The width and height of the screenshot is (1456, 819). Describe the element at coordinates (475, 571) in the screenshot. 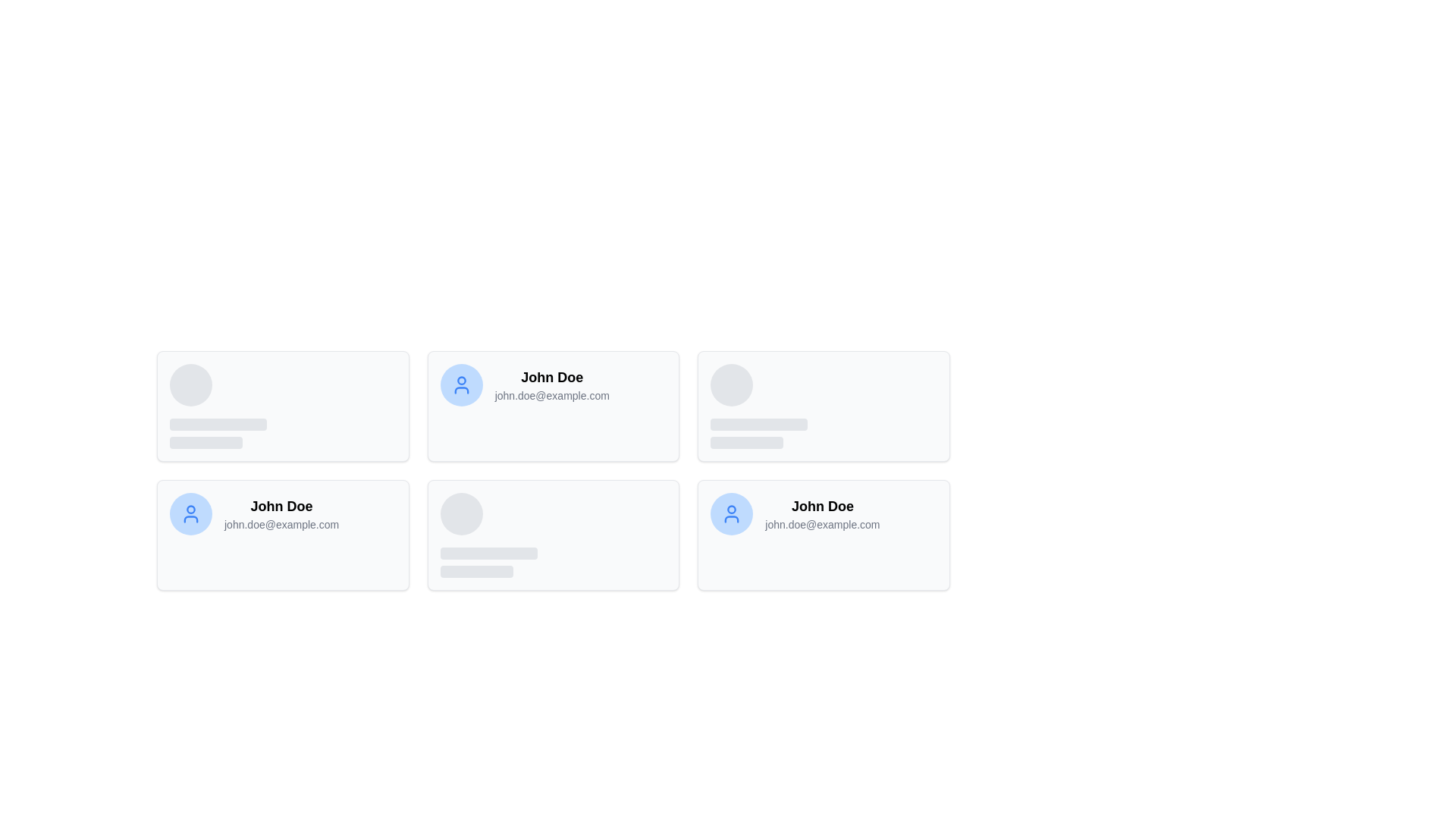

I see `the placeholder bar, which is a narrow, horizontal rectangle with a light gray background and slightly rounded corners, located within a card component in the bottom row, second column of the grid layout` at that location.